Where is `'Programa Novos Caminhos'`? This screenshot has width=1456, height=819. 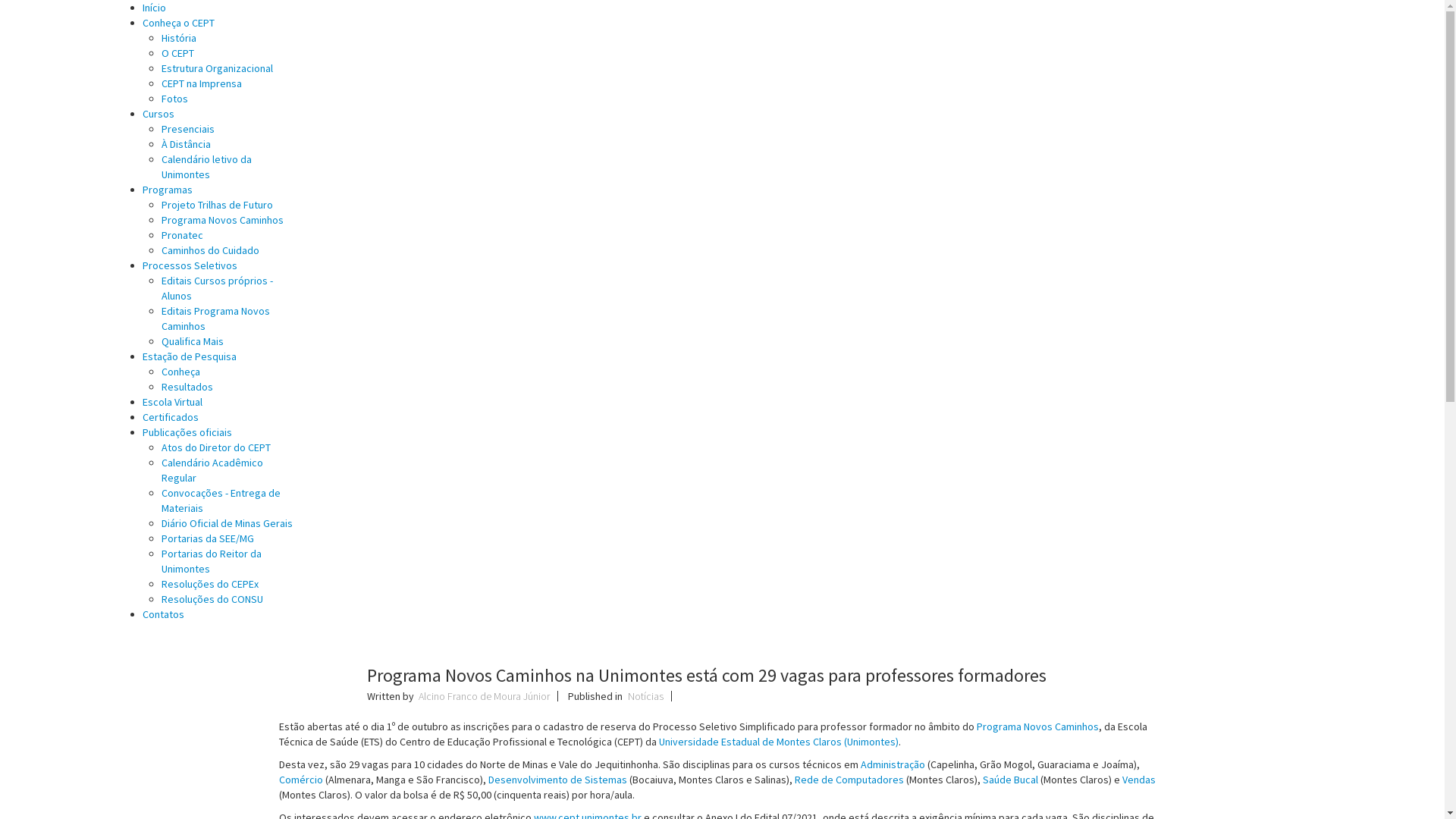 'Programa Novos Caminhos' is located at coordinates (1037, 725).